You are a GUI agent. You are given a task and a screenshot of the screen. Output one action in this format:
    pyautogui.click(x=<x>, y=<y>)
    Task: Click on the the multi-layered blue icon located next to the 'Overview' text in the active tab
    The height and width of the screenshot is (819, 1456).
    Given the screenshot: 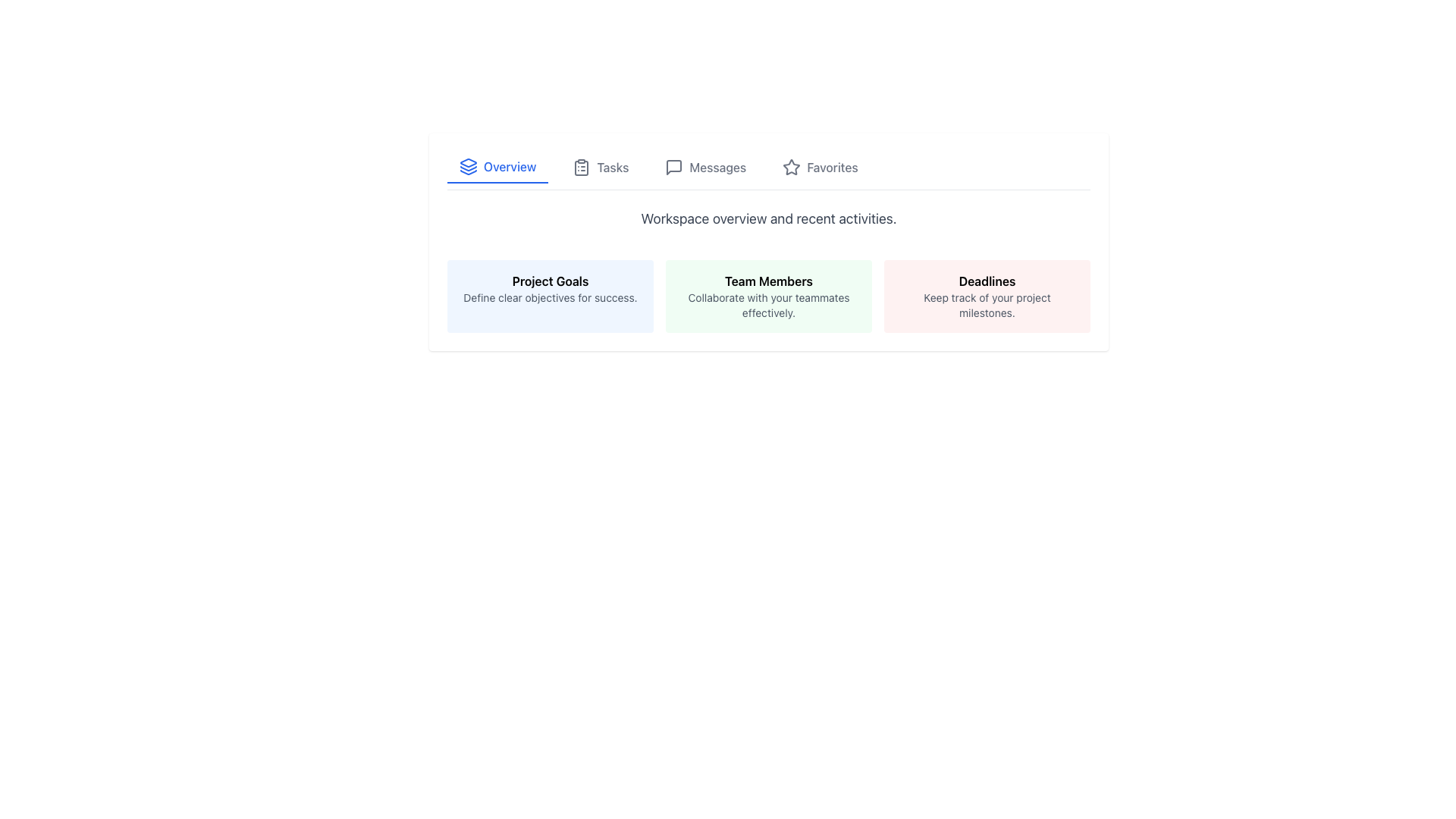 What is the action you would take?
    pyautogui.click(x=468, y=166)
    